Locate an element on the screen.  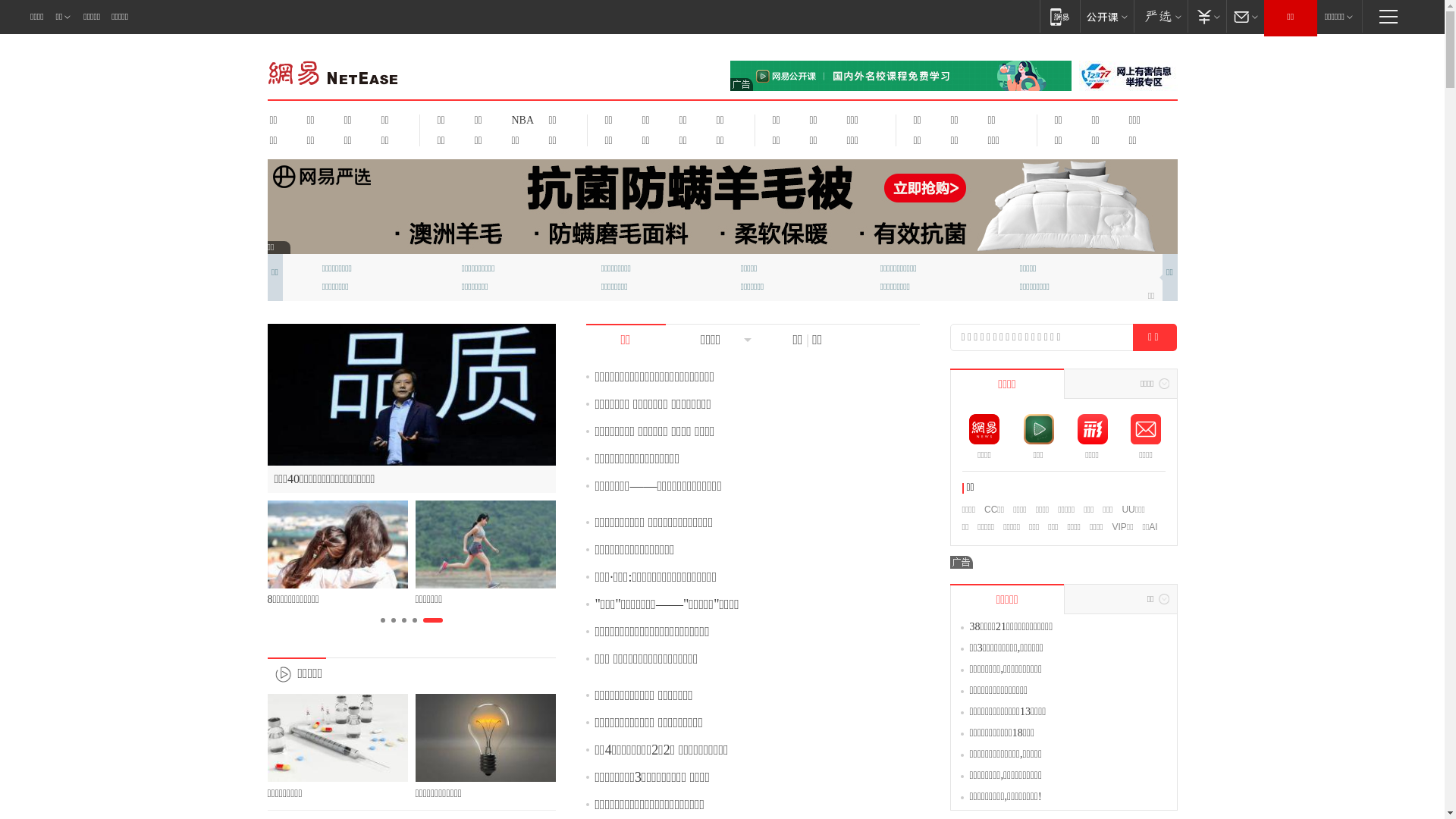
'NBA' is located at coordinates (520, 119).